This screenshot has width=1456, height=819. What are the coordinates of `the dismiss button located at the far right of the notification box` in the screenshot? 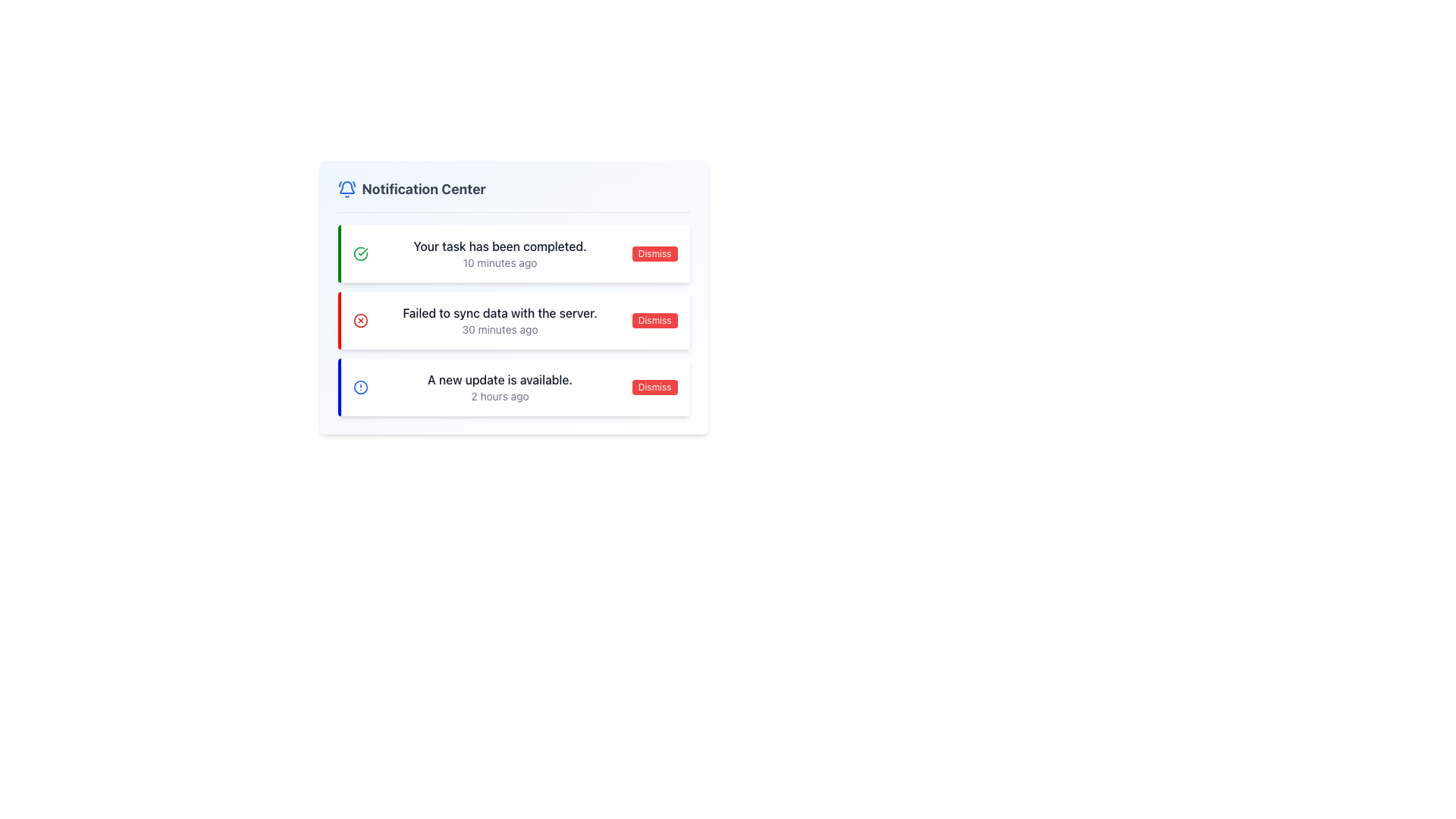 It's located at (654, 253).